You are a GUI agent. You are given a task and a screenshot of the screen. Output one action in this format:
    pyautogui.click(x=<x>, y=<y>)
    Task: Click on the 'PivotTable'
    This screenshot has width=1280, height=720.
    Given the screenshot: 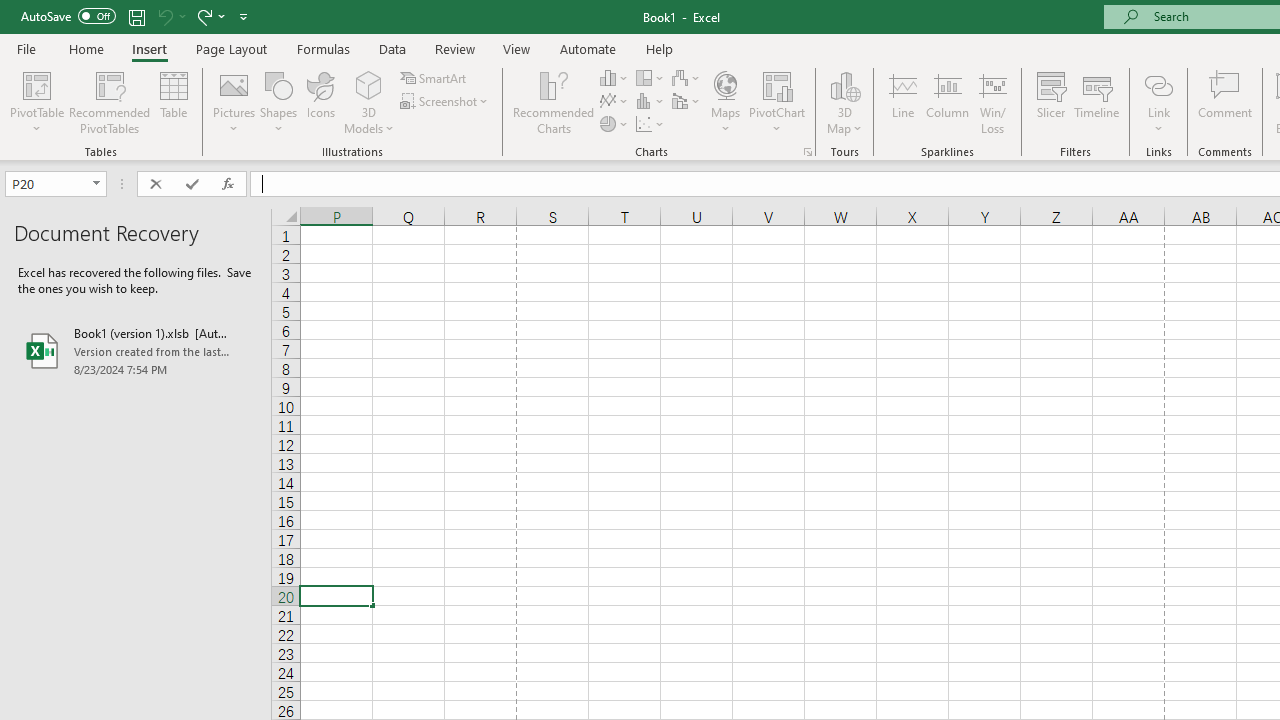 What is the action you would take?
    pyautogui.click(x=37, y=84)
    